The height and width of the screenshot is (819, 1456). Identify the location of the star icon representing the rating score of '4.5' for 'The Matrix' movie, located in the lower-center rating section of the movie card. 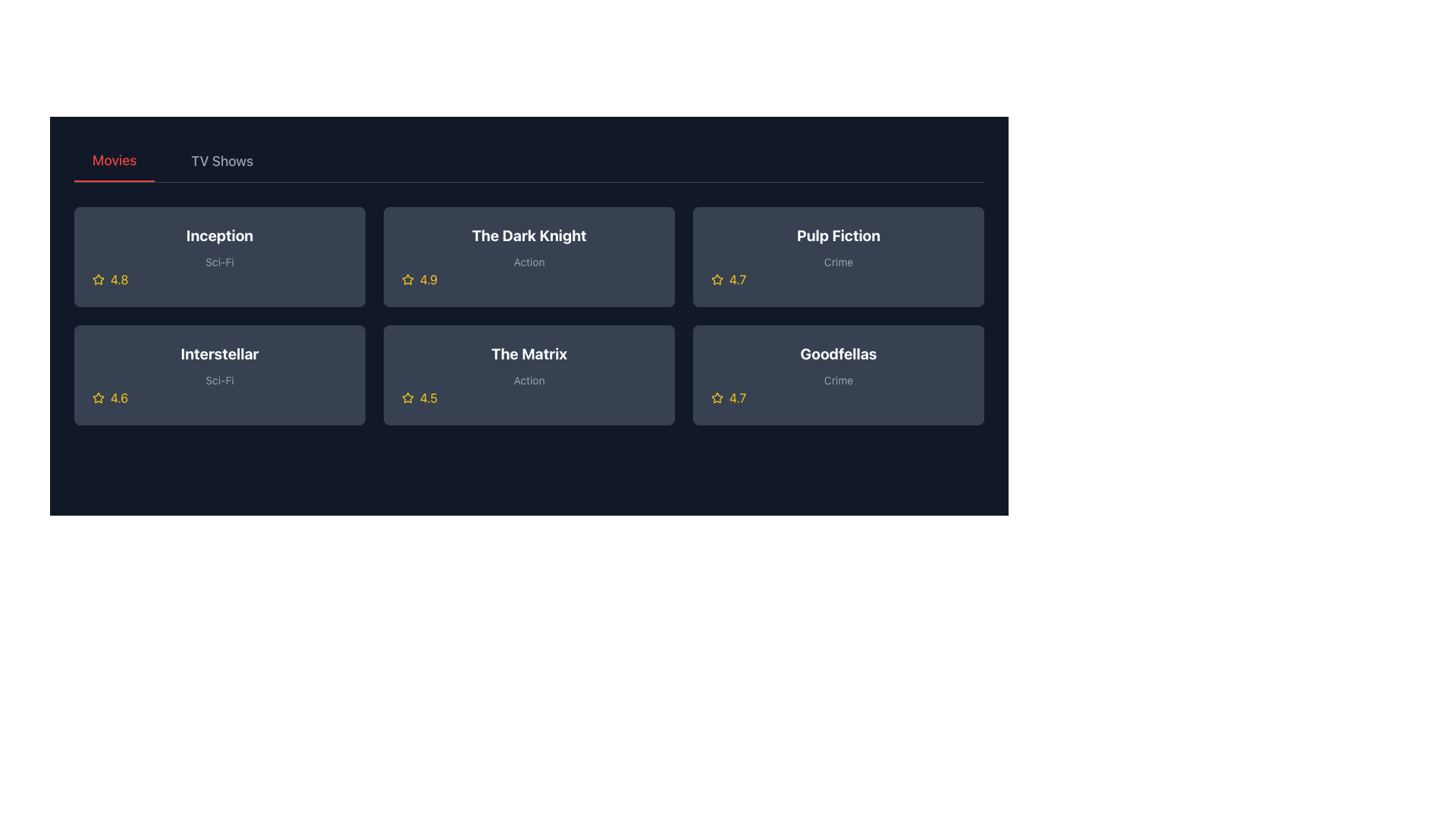
(407, 397).